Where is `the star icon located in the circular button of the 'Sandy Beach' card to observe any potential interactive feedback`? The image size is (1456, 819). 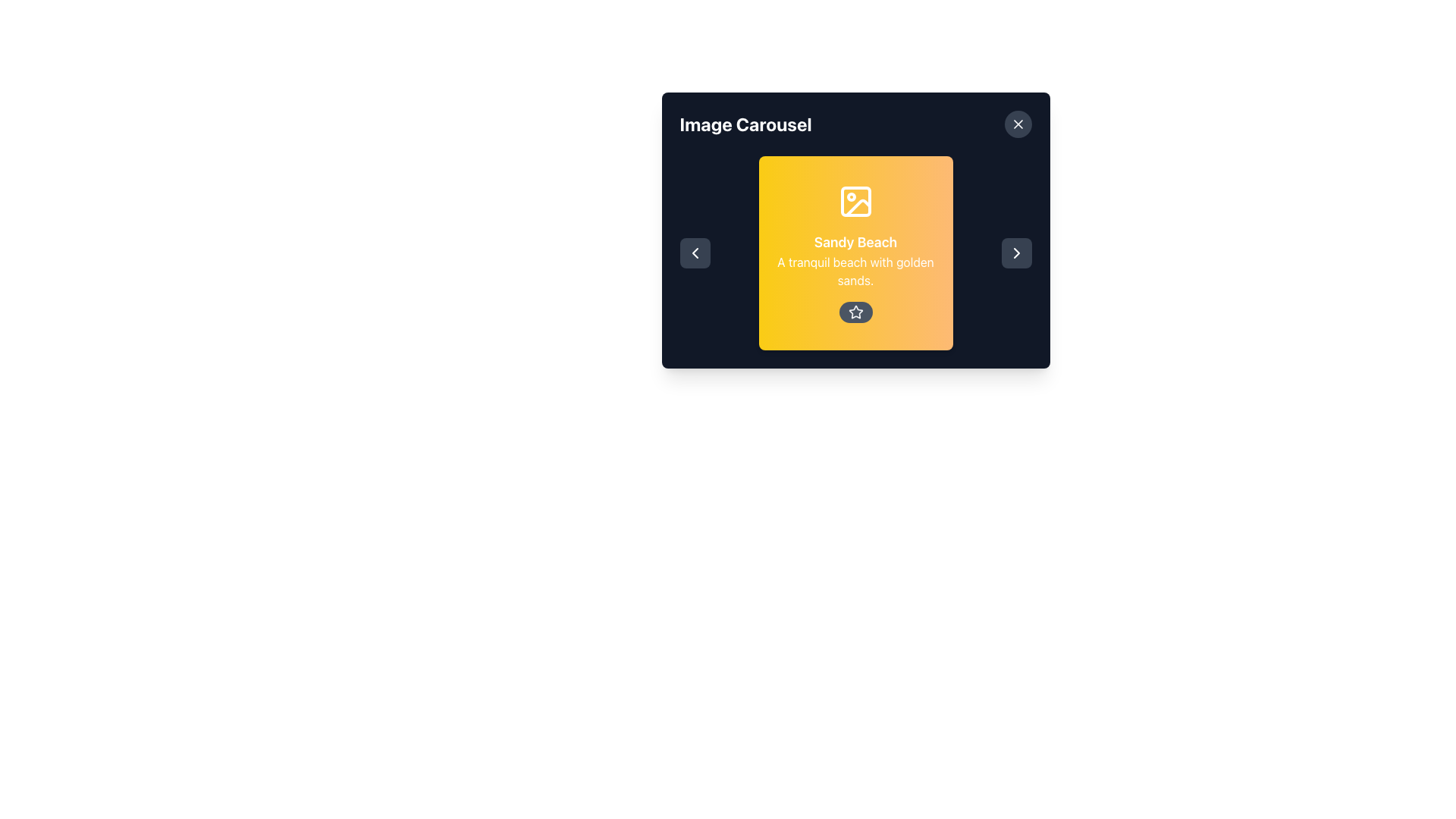
the star icon located in the circular button of the 'Sandy Beach' card to observe any potential interactive feedback is located at coordinates (855, 312).